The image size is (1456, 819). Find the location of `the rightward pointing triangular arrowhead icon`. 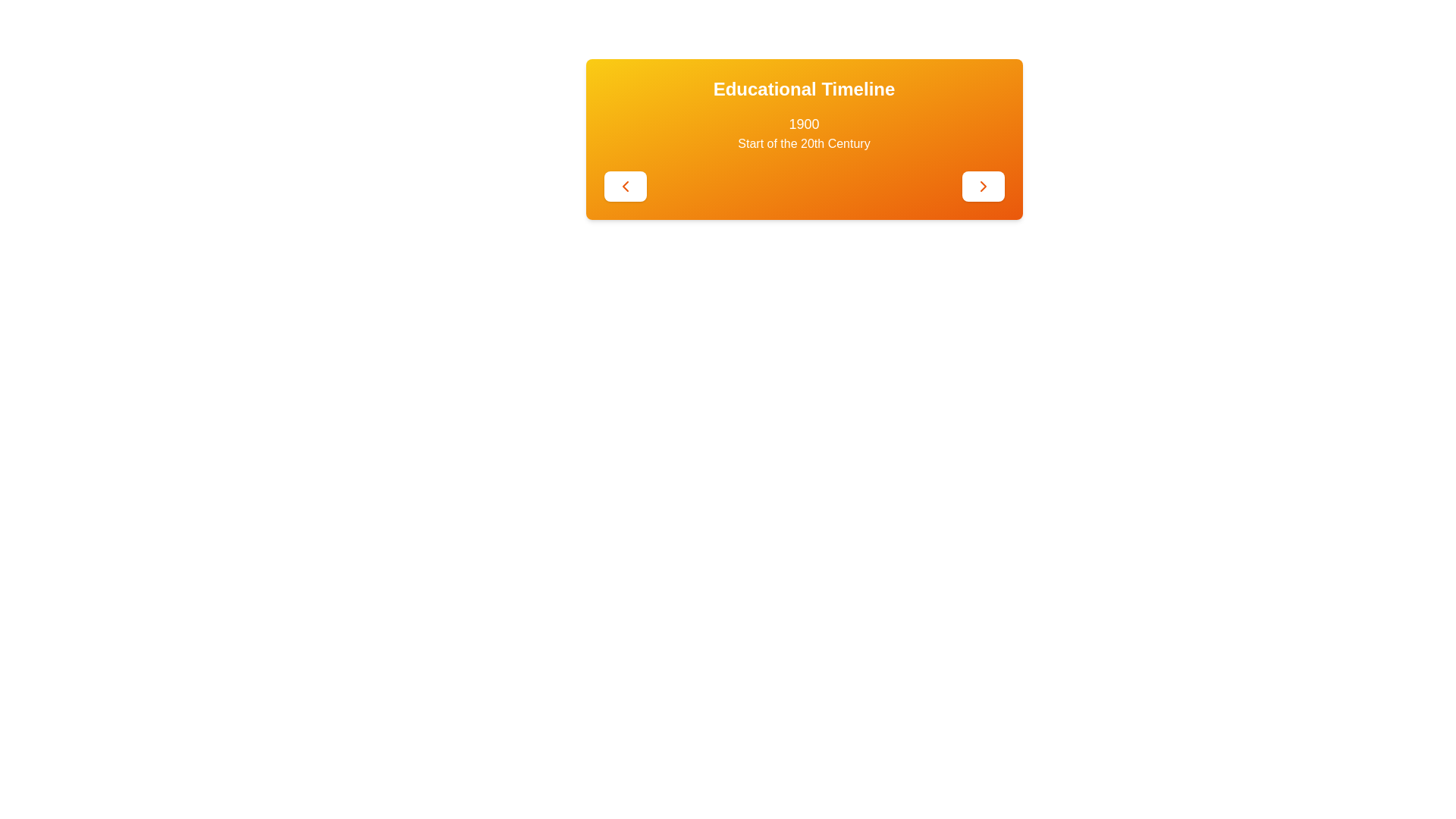

the rightward pointing triangular arrowhead icon is located at coordinates (983, 186).